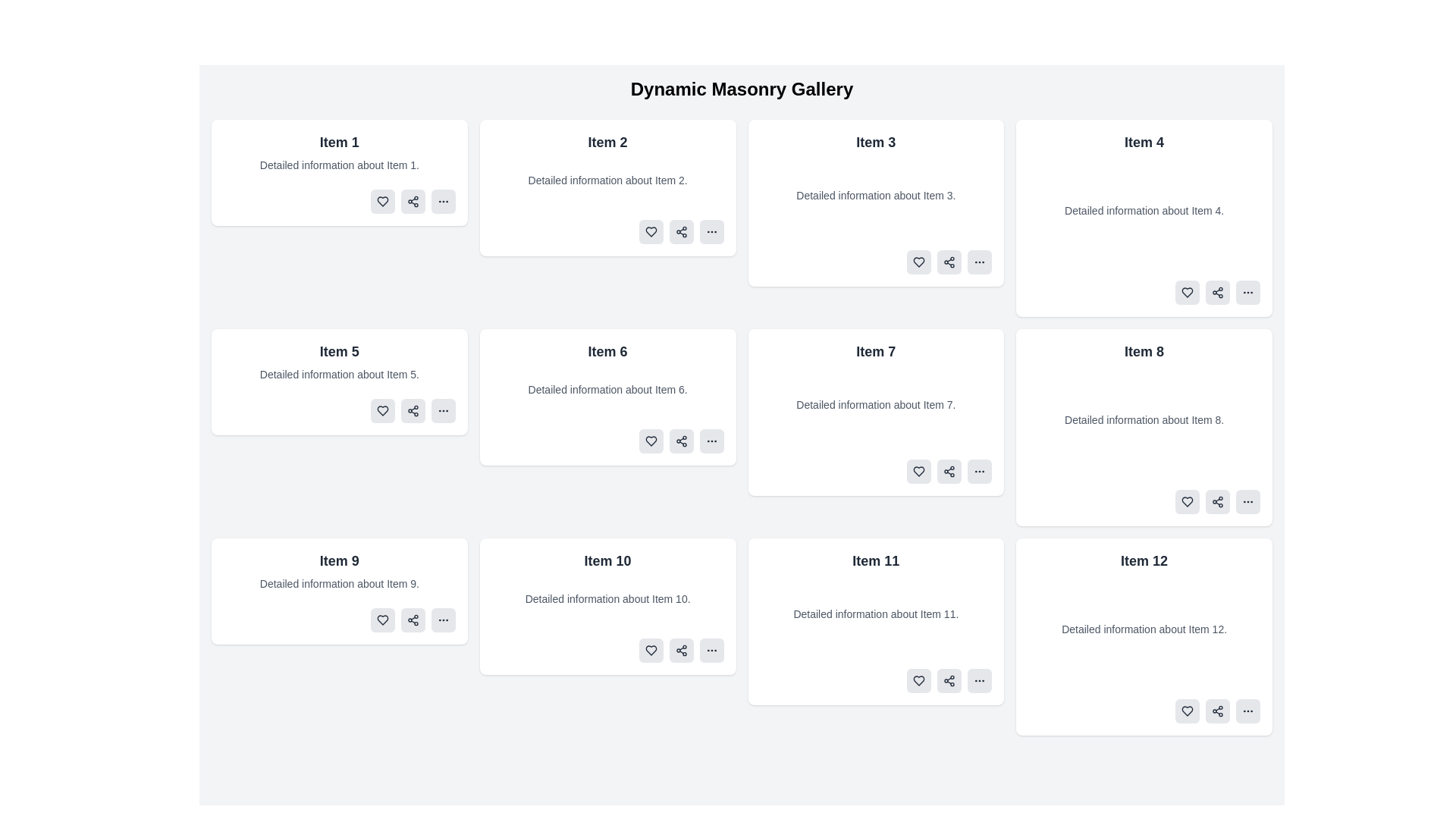 This screenshot has height=819, width=1456. I want to click on the share button located at the bottom-right of the 'Item 12' card for accessibility purposes, so click(1218, 711).